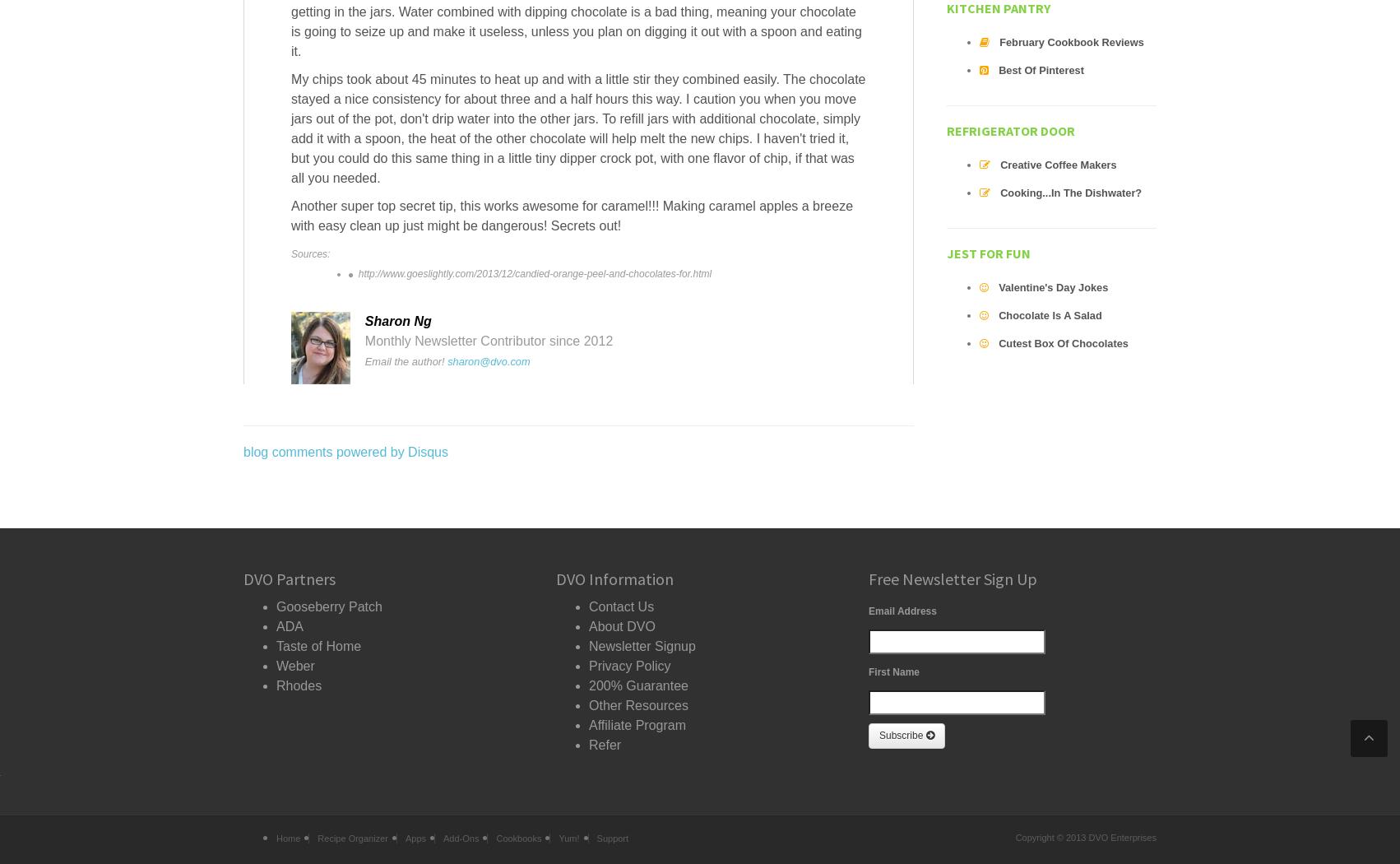 Image resolution: width=1400 pixels, height=864 pixels. I want to click on 'Email the author!', so click(364, 360).